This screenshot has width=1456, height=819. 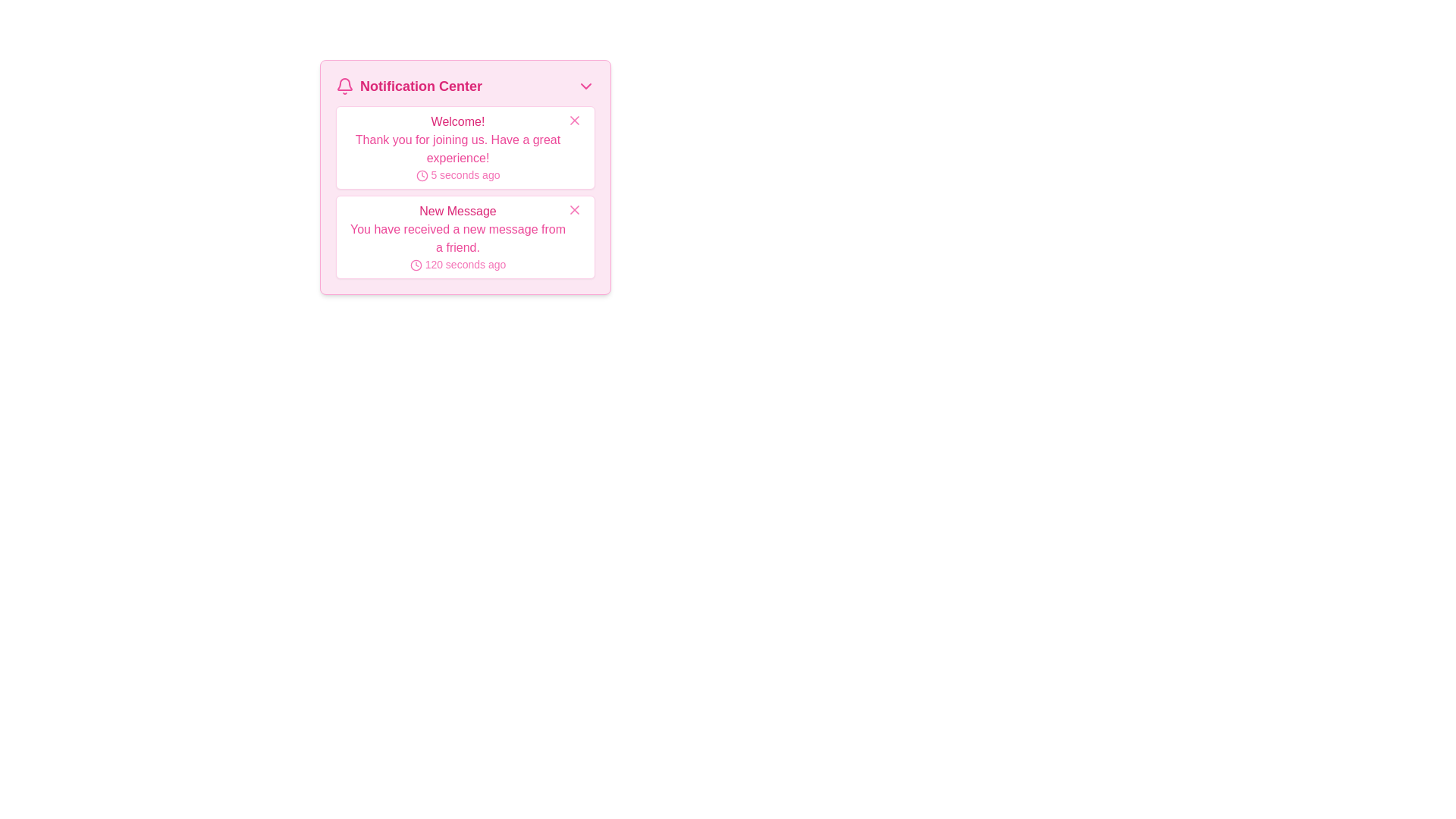 What do you see at coordinates (574, 119) in the screenshot?
I see `the small pink cross icon button located in the upper-right corner of the 'Welcome!' notification card` at bounding box center [574, 119].